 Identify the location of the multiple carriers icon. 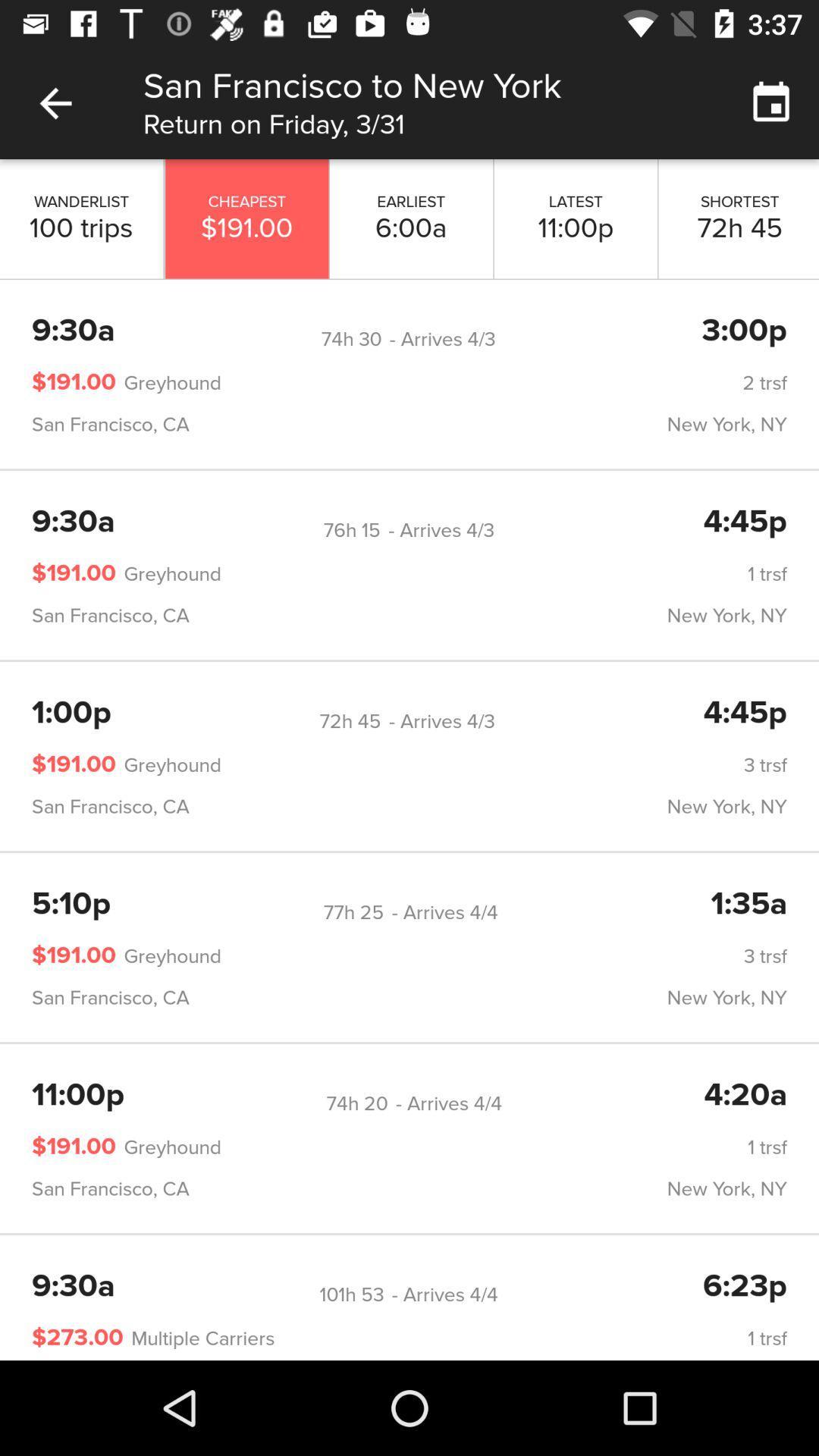
(198, 1338).